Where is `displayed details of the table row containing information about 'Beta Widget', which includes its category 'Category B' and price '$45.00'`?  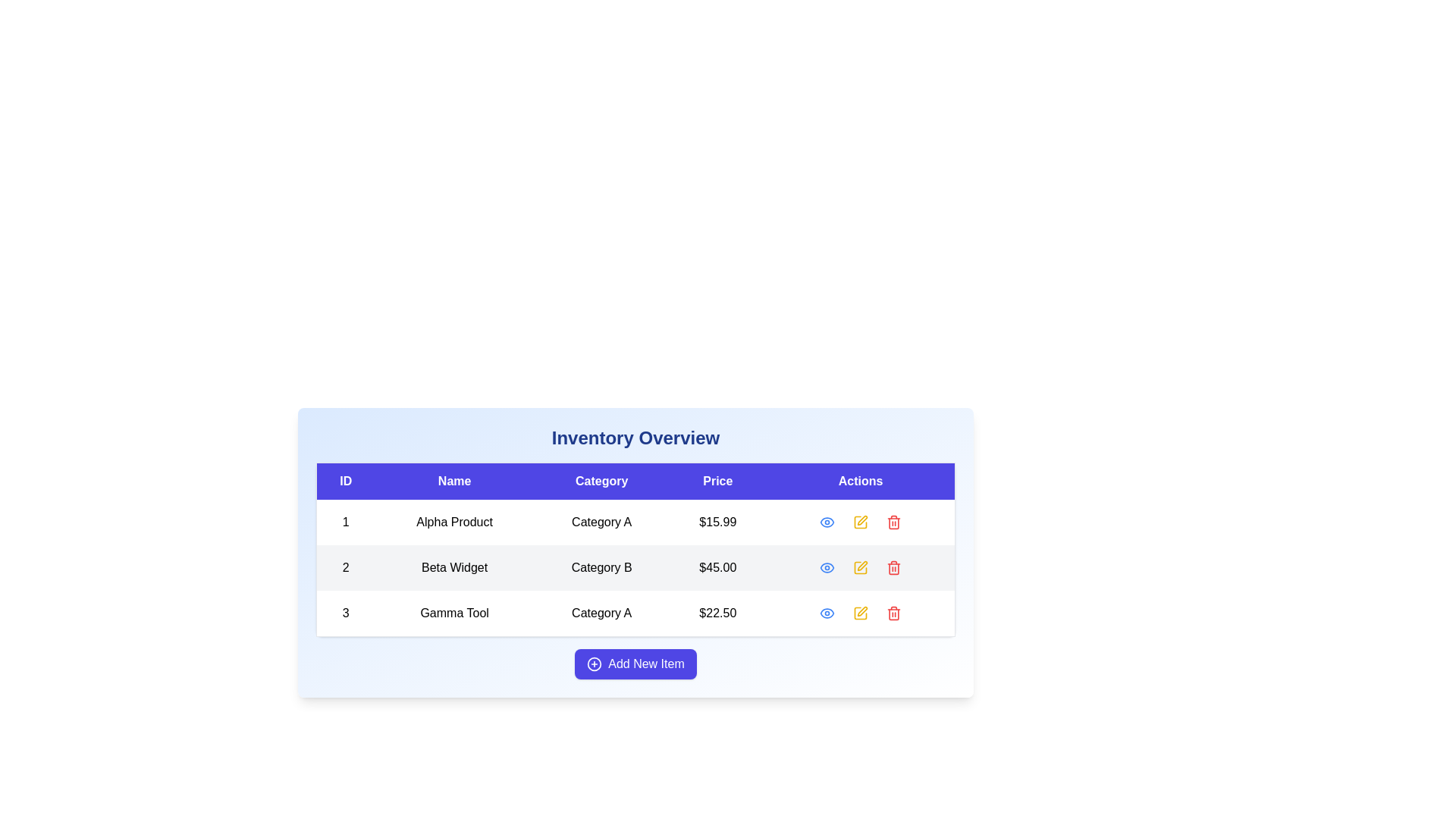
displayed details of the table row containing information about 'Beta Widget', which includes its category 'Category B' and price '$45.00' is located at coordinates (635, 568).